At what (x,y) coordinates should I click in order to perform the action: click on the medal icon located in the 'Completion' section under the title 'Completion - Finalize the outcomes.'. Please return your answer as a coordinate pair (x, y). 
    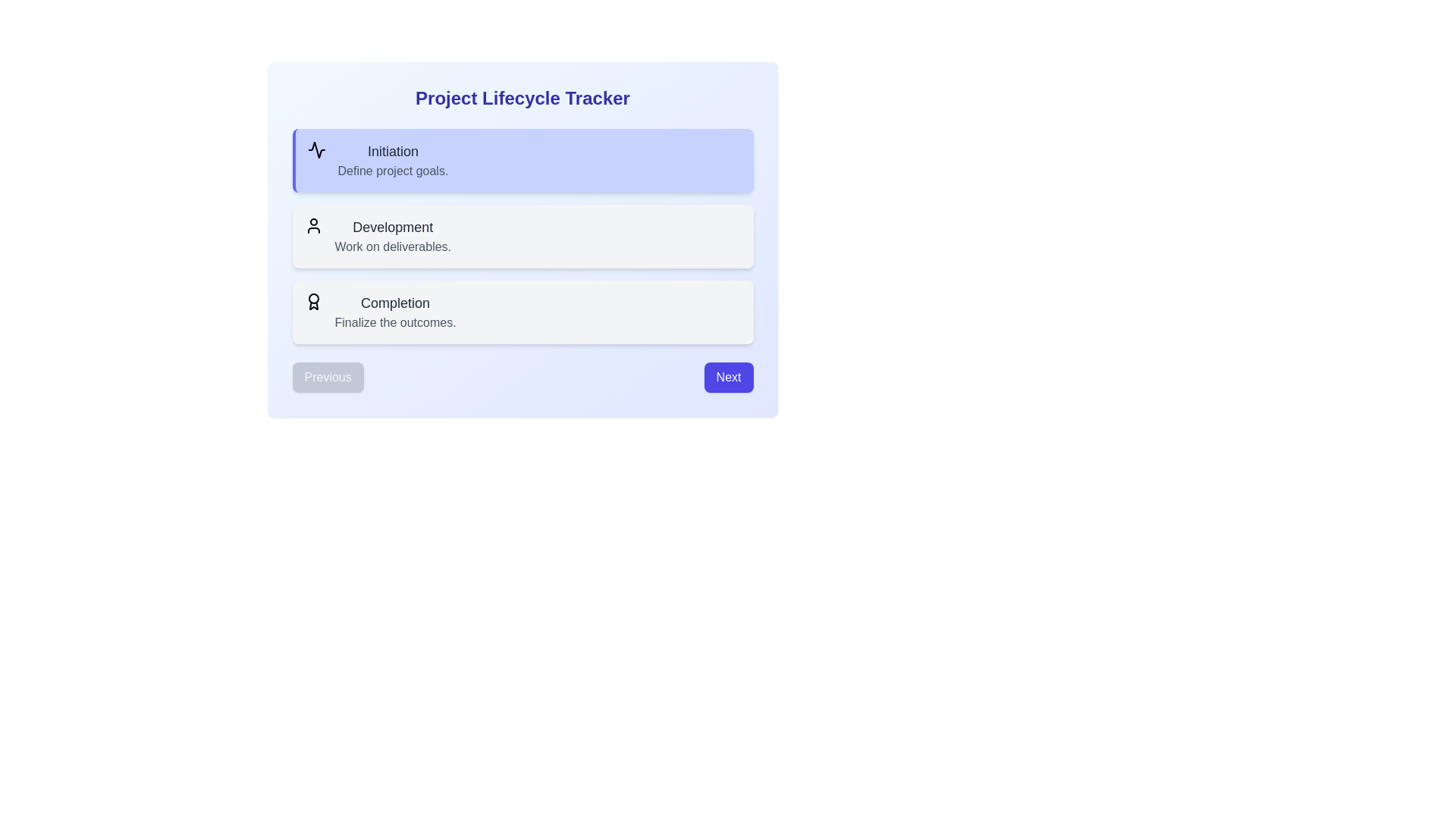
    Looking at the image, I should click on (312, 301).